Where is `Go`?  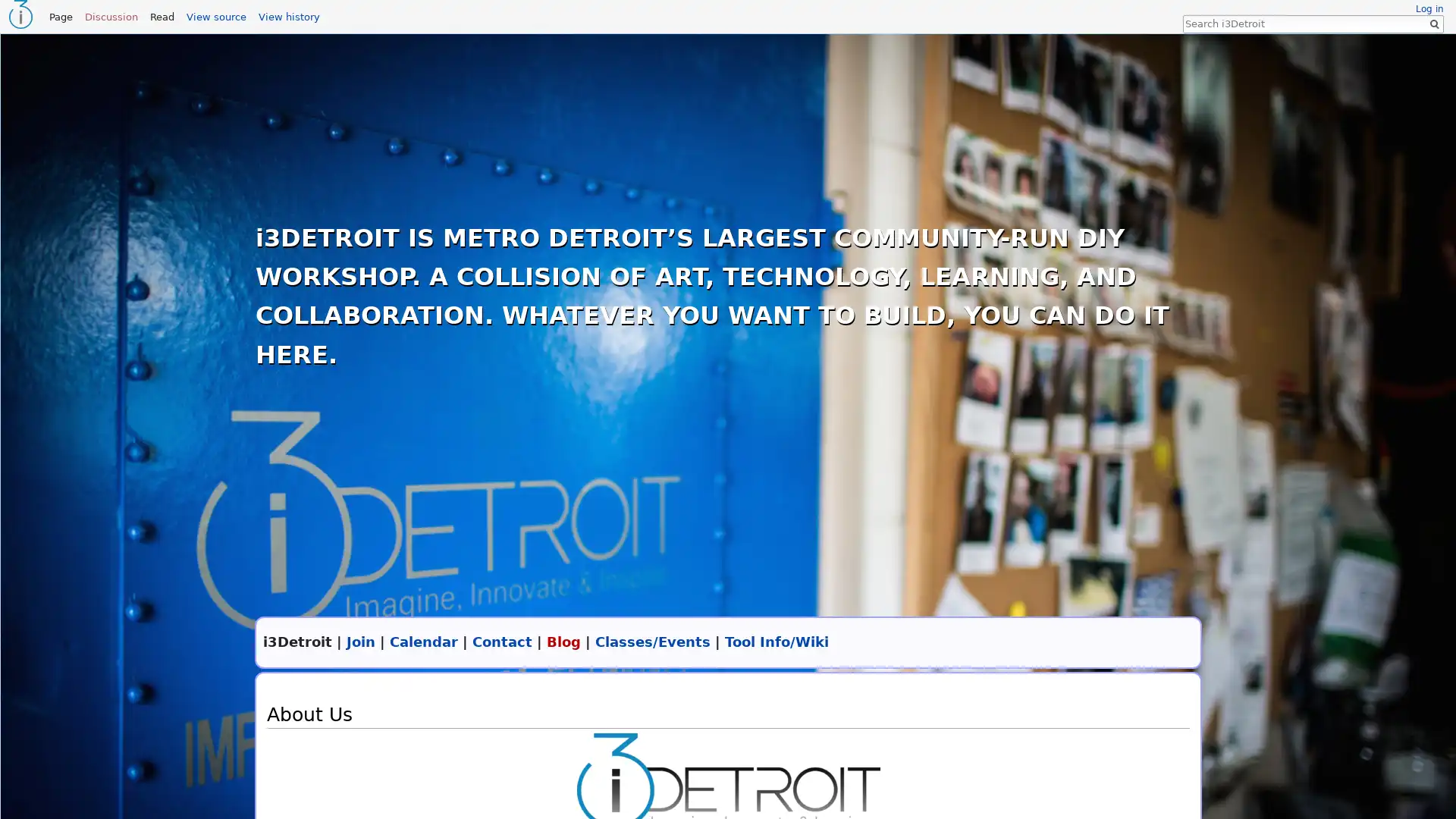 Go is located at coordinates (1433, 24).